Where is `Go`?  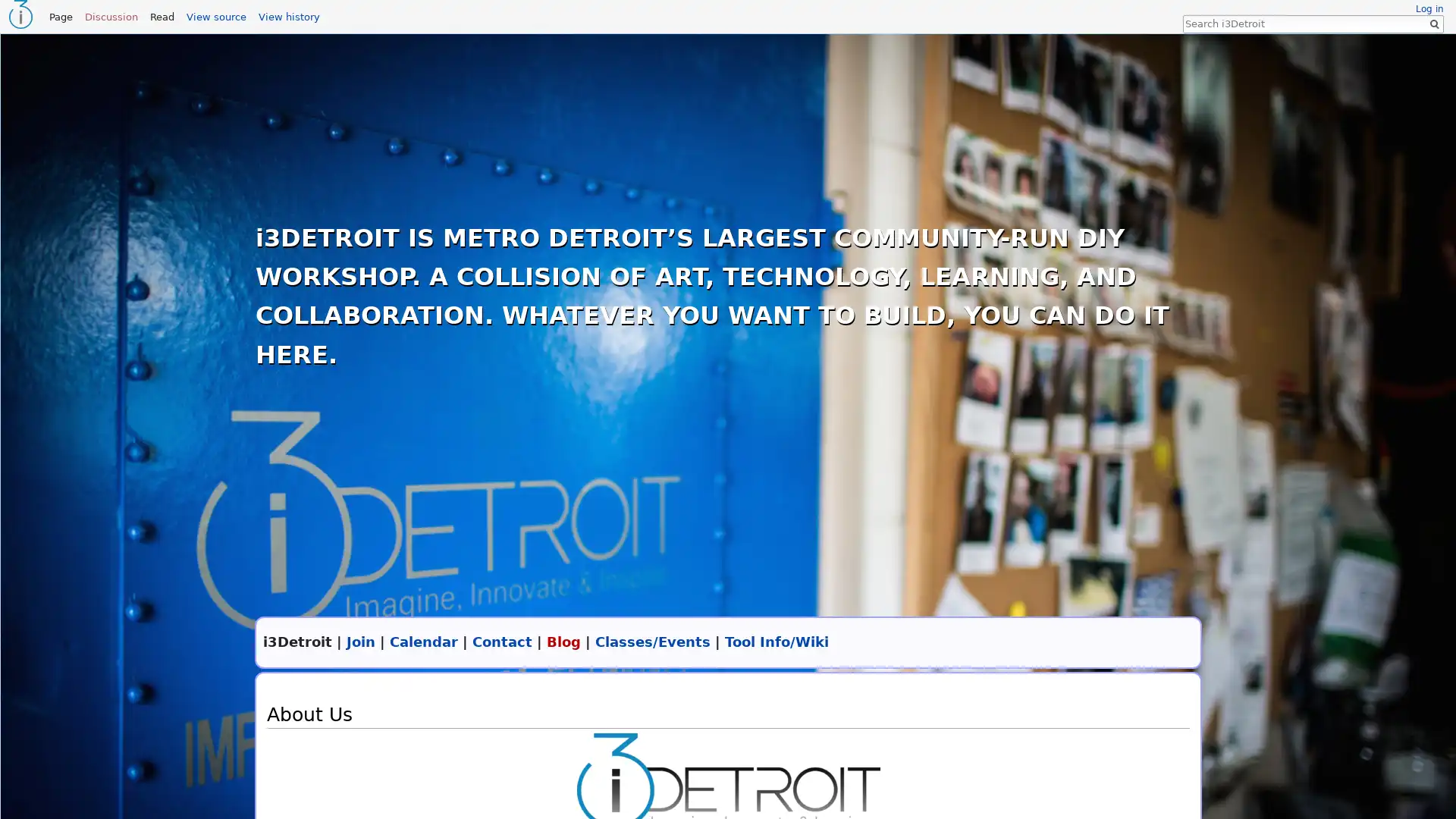 Go is located at coordinates (1433, 24).